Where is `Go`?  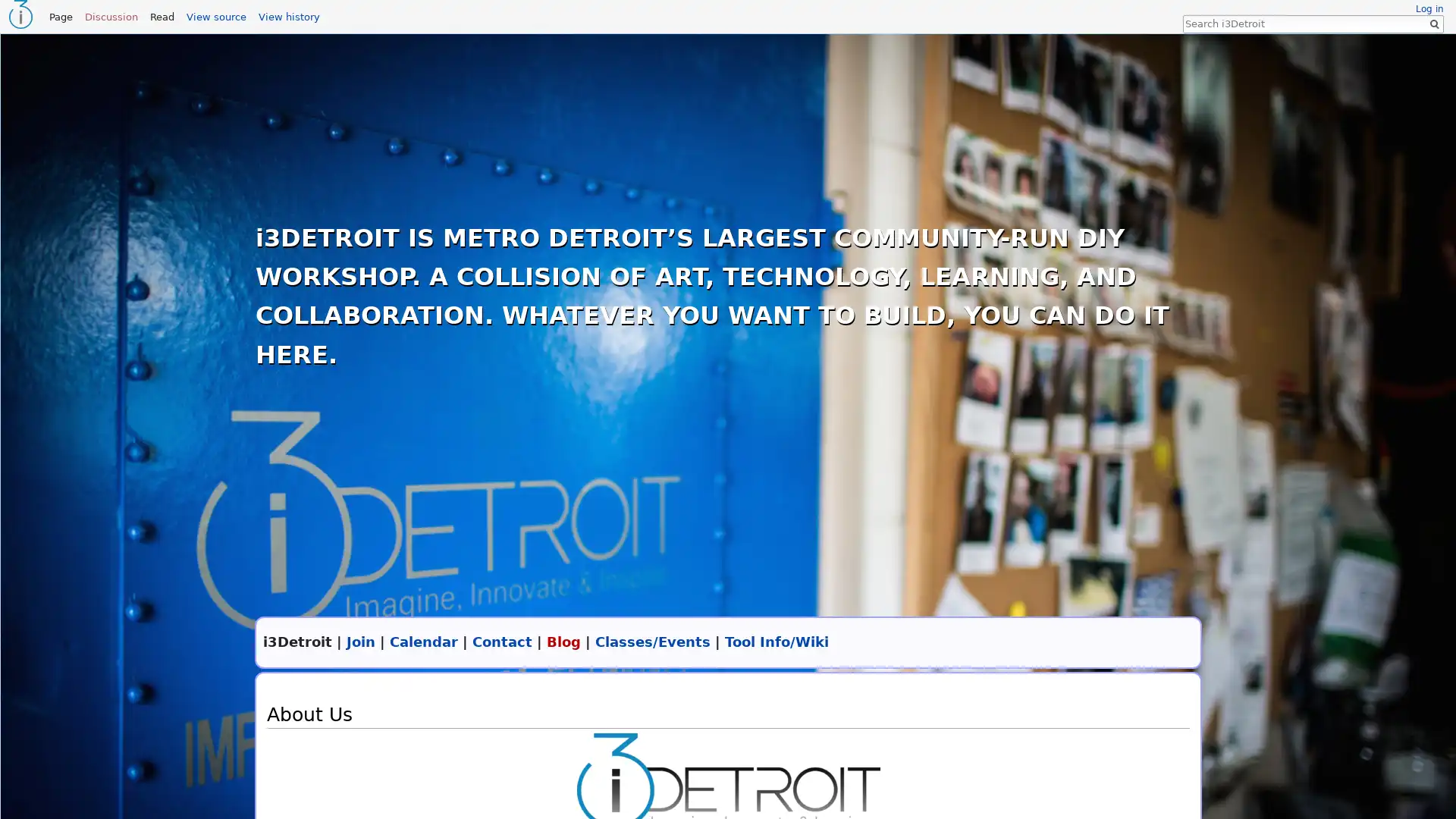 Go is located at coordinates (1433, 24).